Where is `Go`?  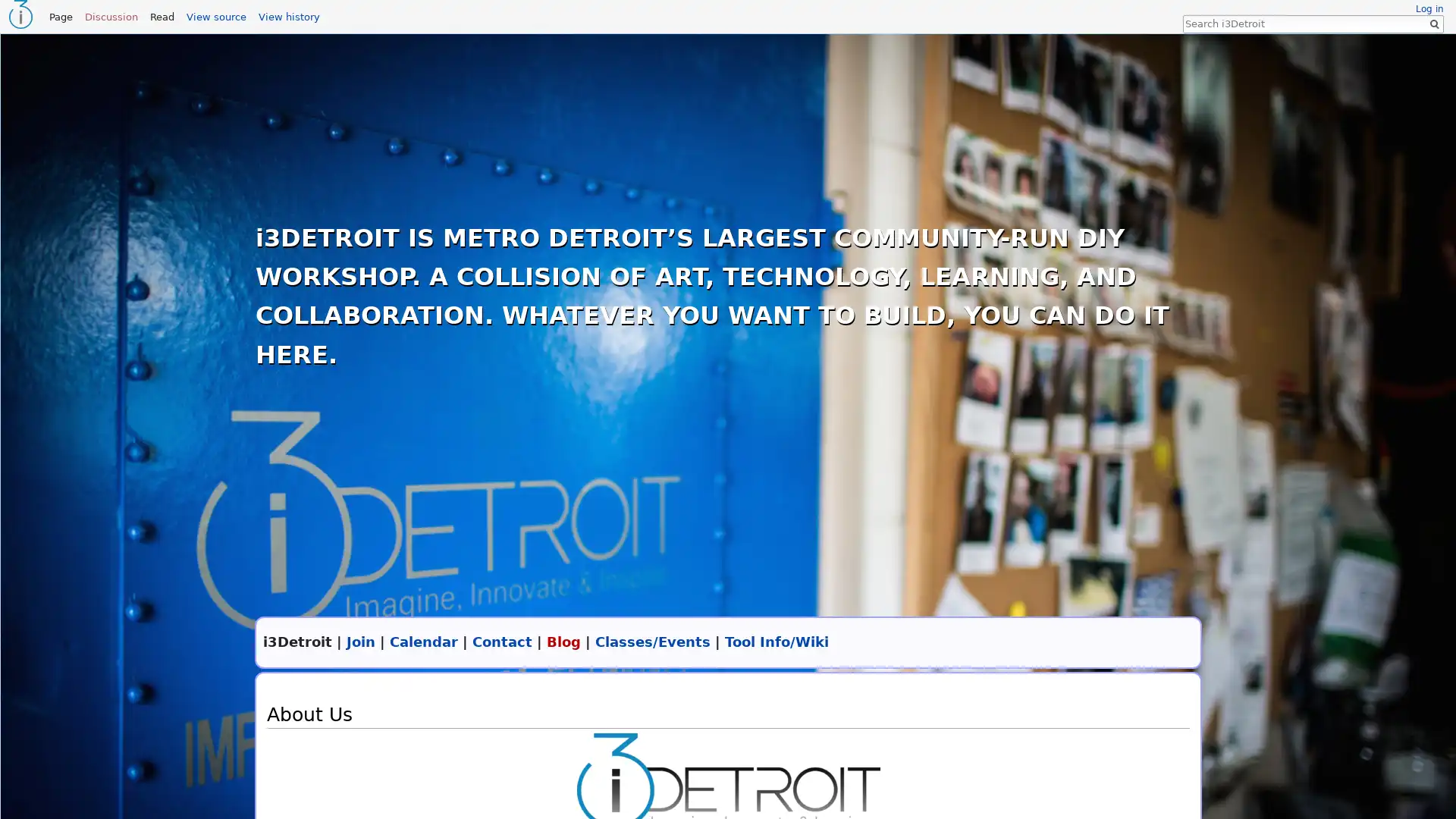 Go is located at coordinates (1433, 24).